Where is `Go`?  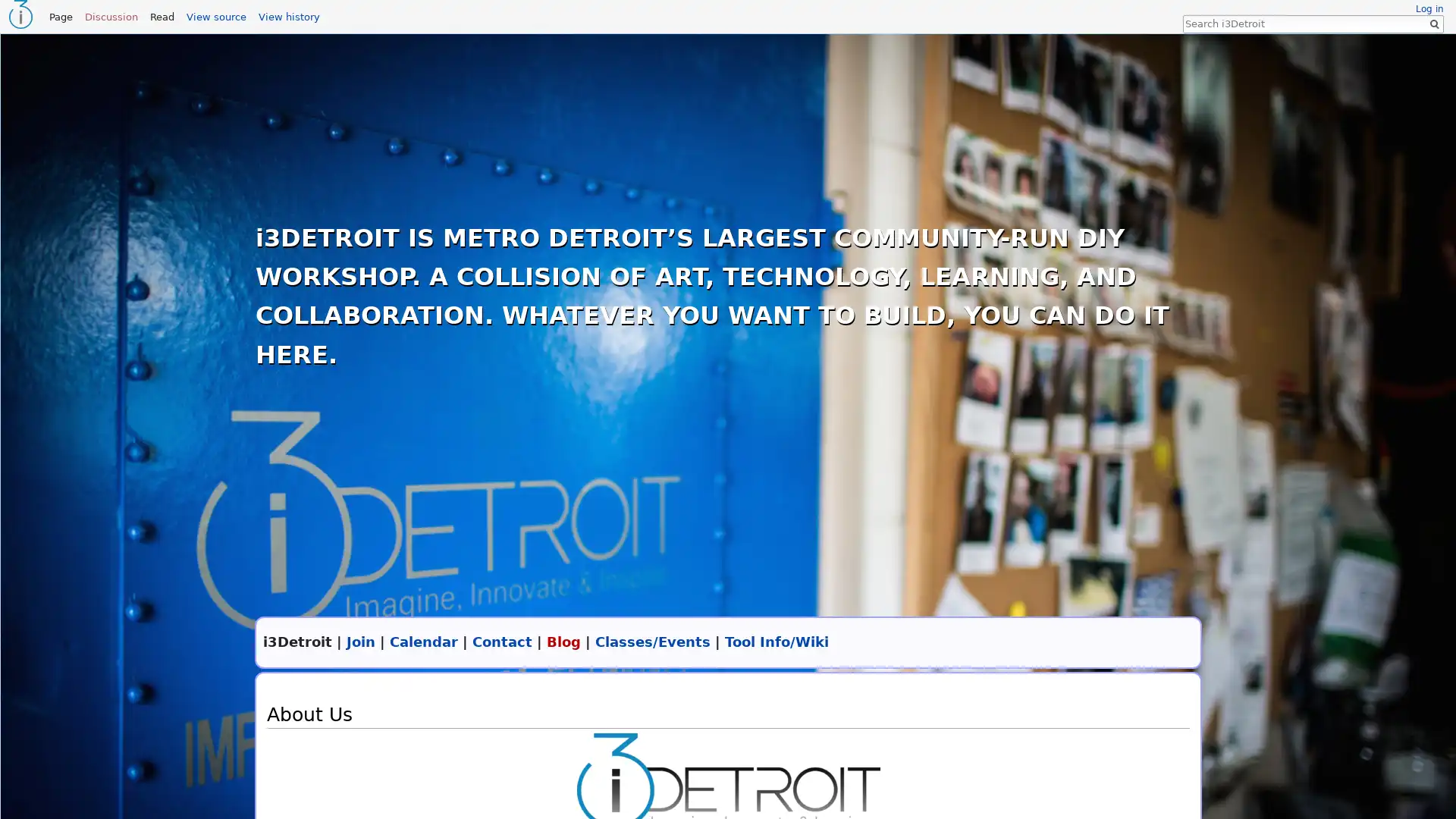 Go is located at coordinates (1433, 24).